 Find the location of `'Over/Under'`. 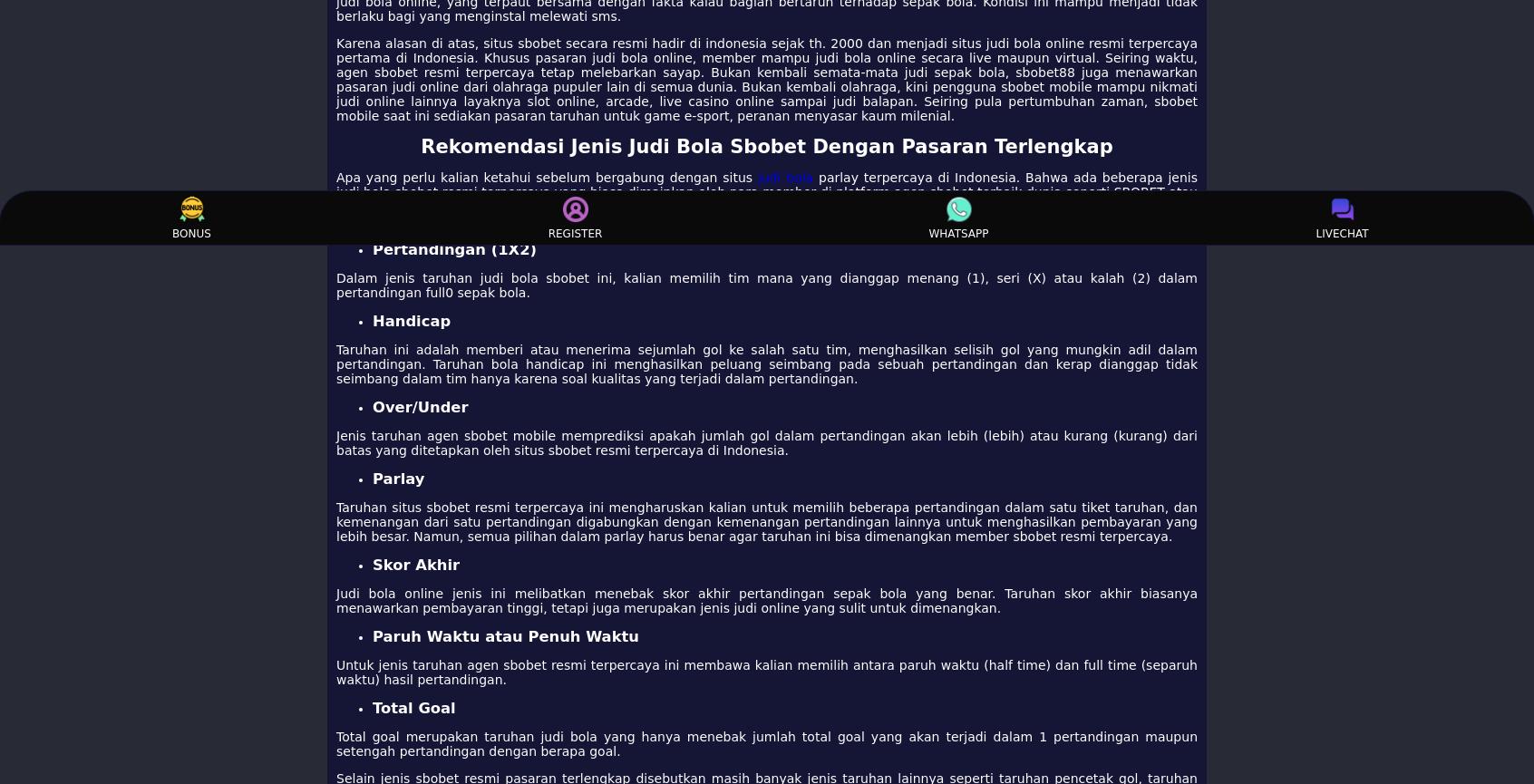

'Over/Under' is located at coordinates (419, 406).